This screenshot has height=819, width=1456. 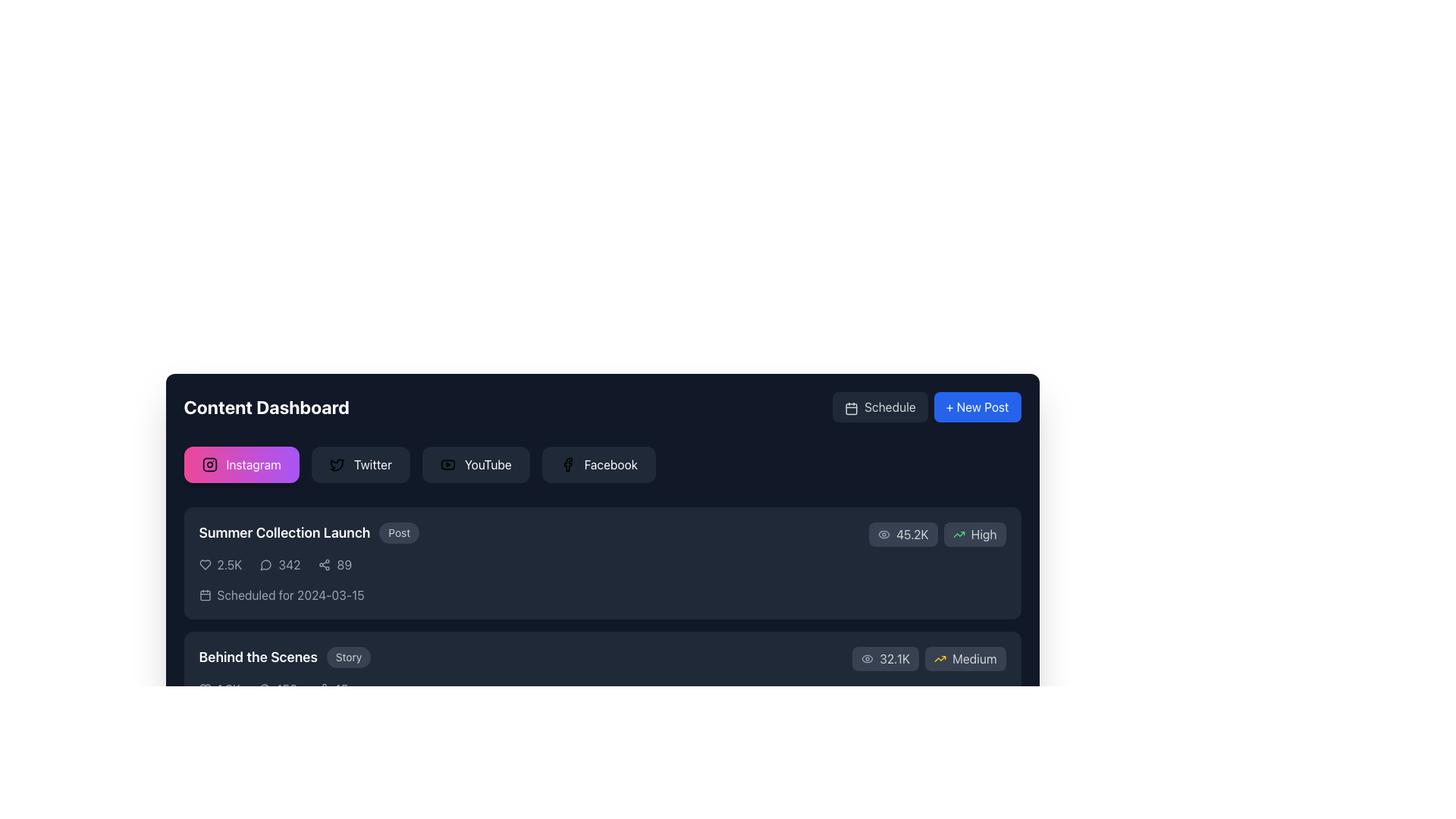 I want to click on the Instagram icon located at the top-left section of the dashboard interface, so click(x=209, y=464).